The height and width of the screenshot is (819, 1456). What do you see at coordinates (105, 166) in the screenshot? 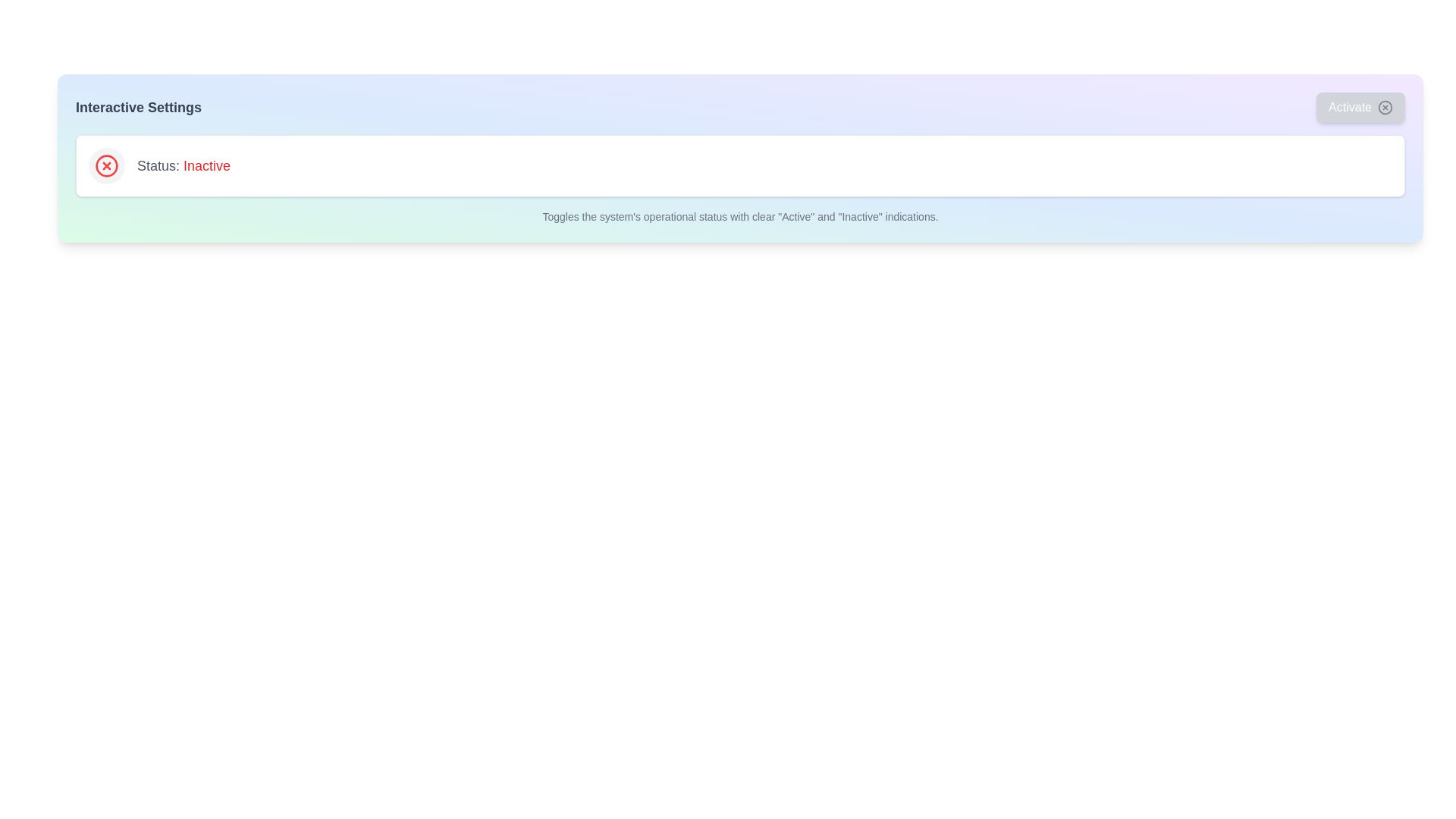
I see `the Error or Status Indicator icon located in the left section of the status indicator row, adjacent to the textual description 'Status: Inactive' within the 'Interactive Settings' block` at bounding box center [105, 166].